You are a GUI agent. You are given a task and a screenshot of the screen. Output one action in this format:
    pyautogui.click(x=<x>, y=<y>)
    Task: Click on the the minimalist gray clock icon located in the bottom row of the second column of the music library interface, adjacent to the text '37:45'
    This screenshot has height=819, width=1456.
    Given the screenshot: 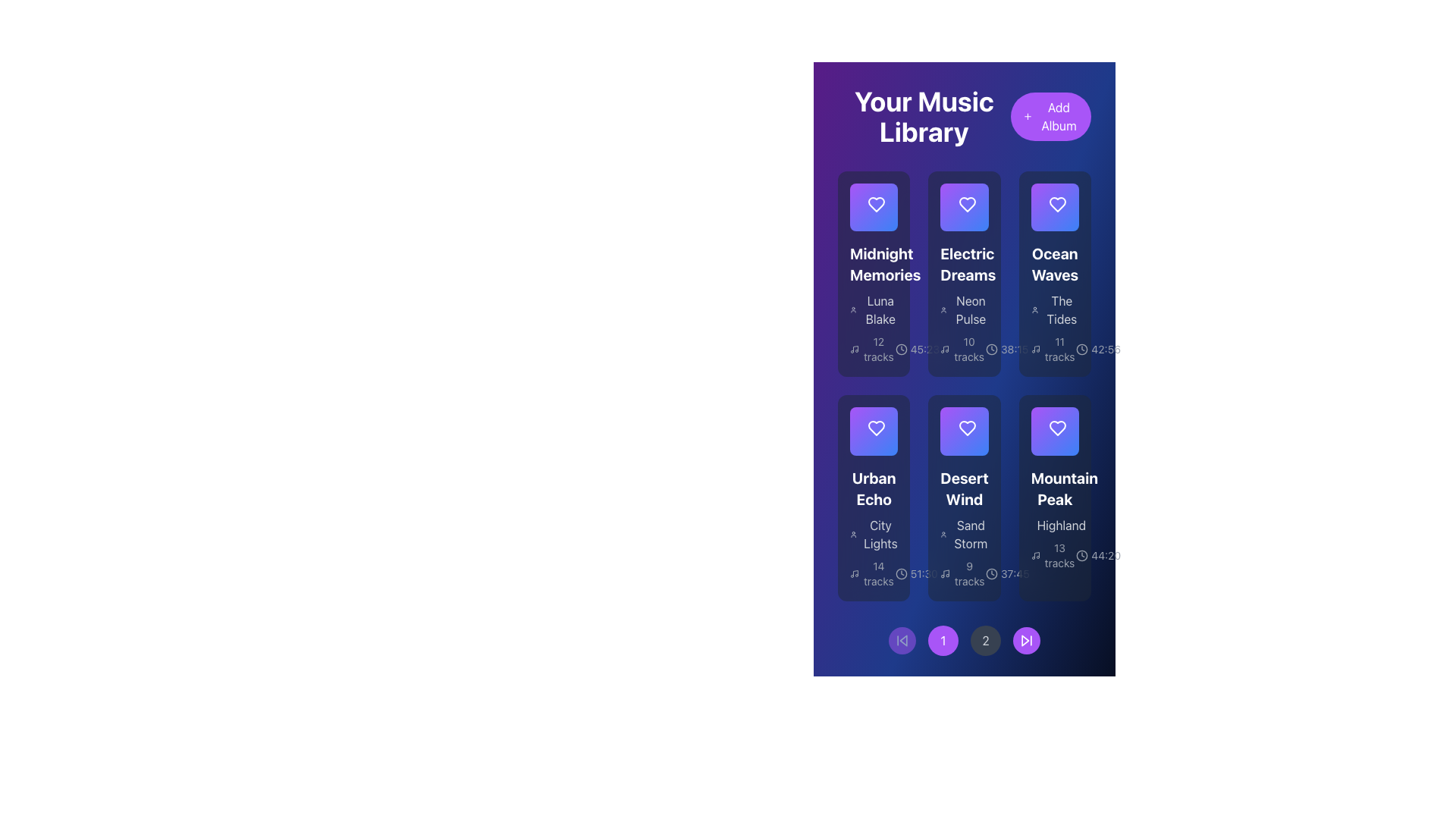 What is the action you would take?
    pyautogui.click(x=992, y=573)
    